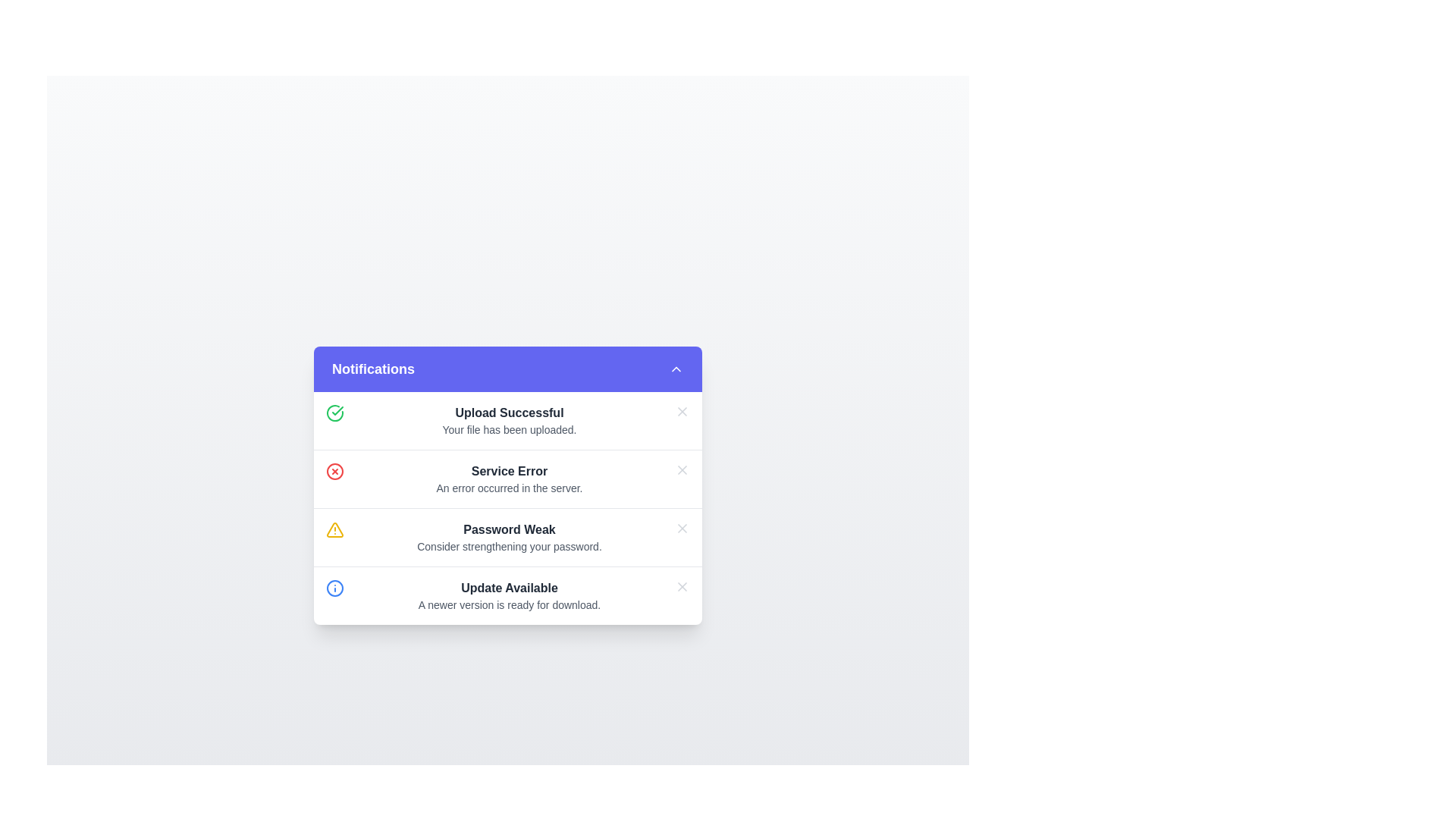  Describe the element at coordinates (334, 587) in the screenshot. I see `the Informational icon located at the start of the last notification item in the Notifications panel` at that location.